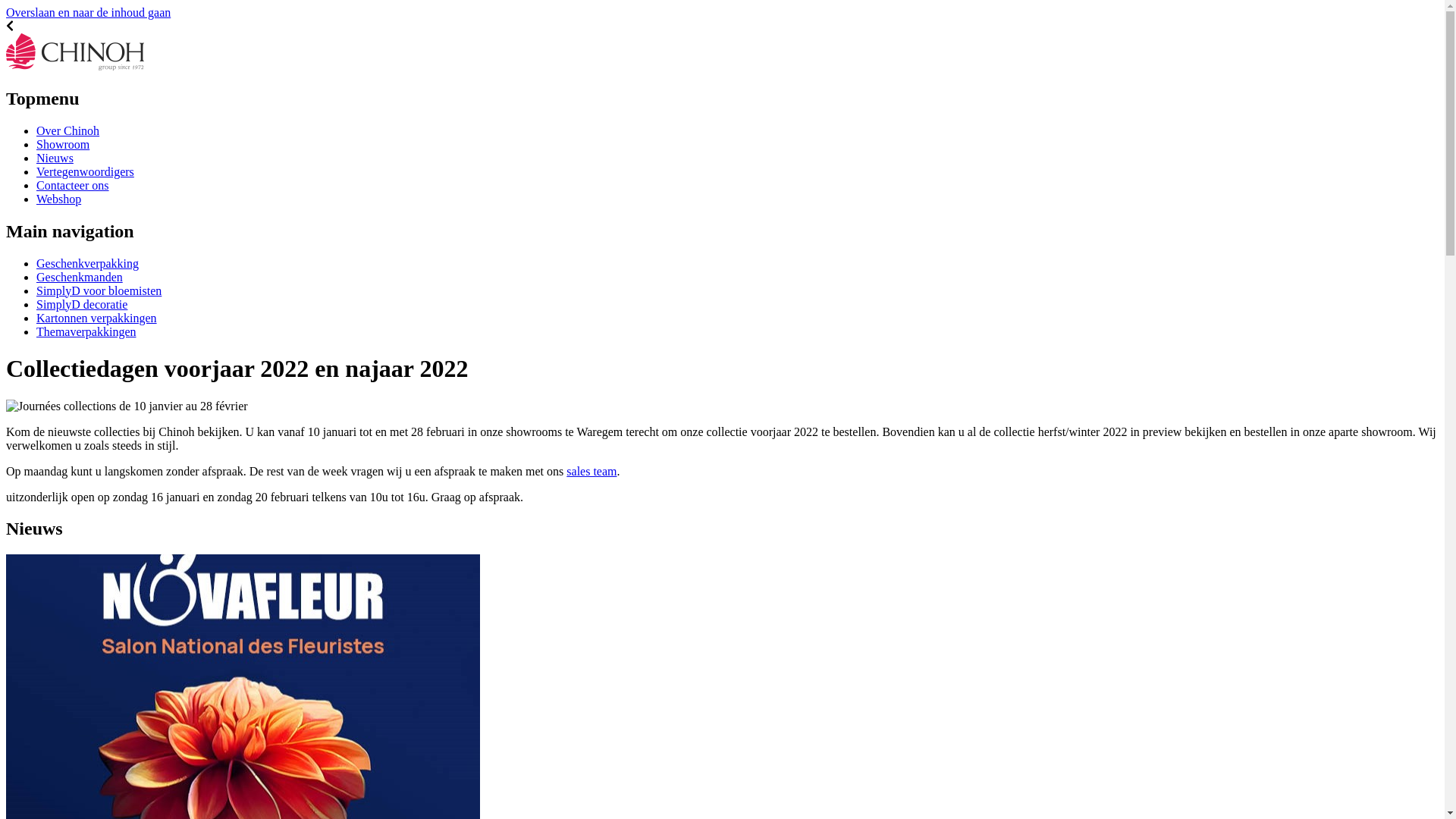  I want to click on 'Webshop', so click(58, 198).